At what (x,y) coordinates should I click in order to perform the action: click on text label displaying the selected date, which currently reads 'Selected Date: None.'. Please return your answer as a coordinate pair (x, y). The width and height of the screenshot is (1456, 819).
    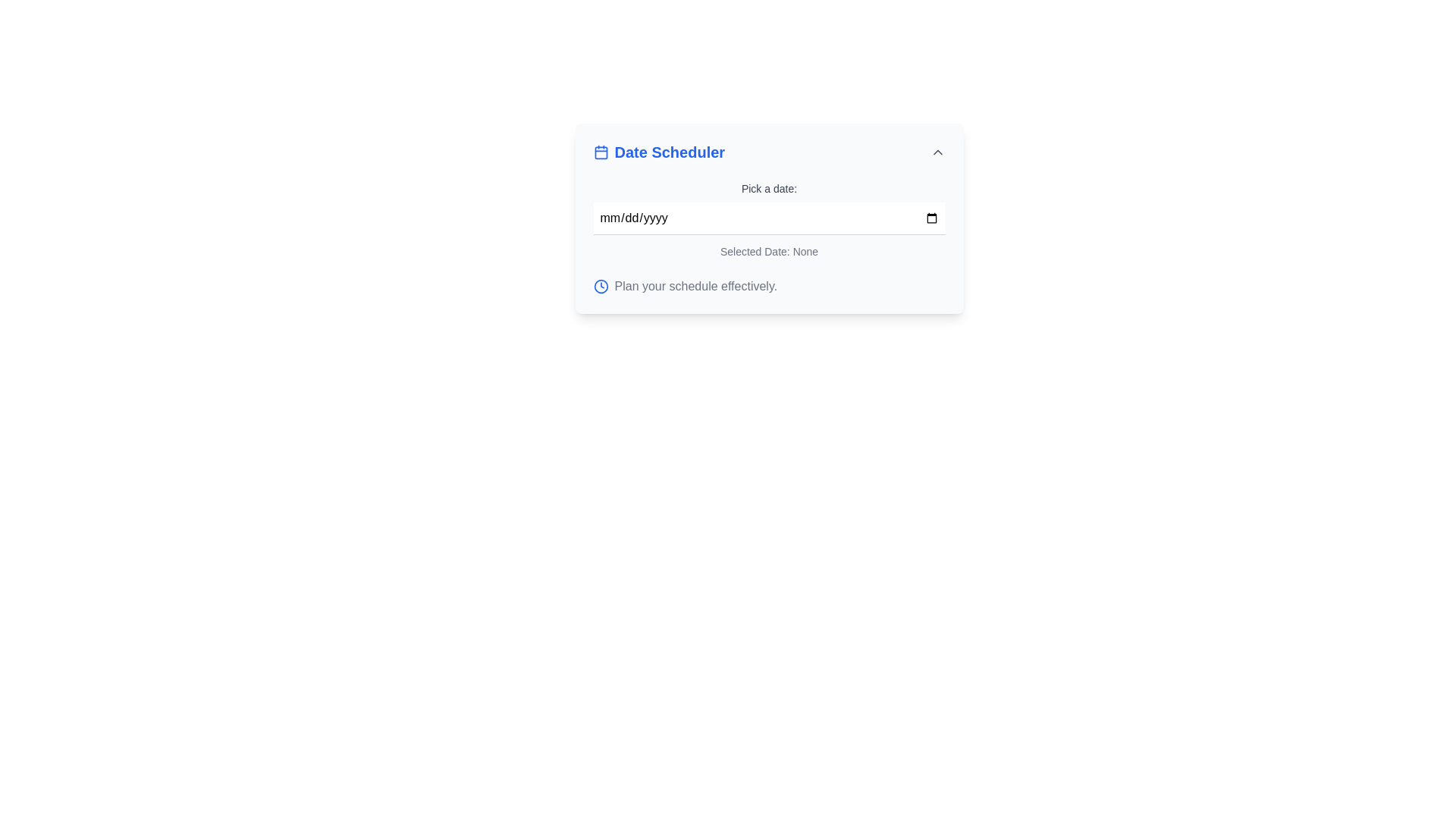
    Looking at the image, I should click on (769, 250).